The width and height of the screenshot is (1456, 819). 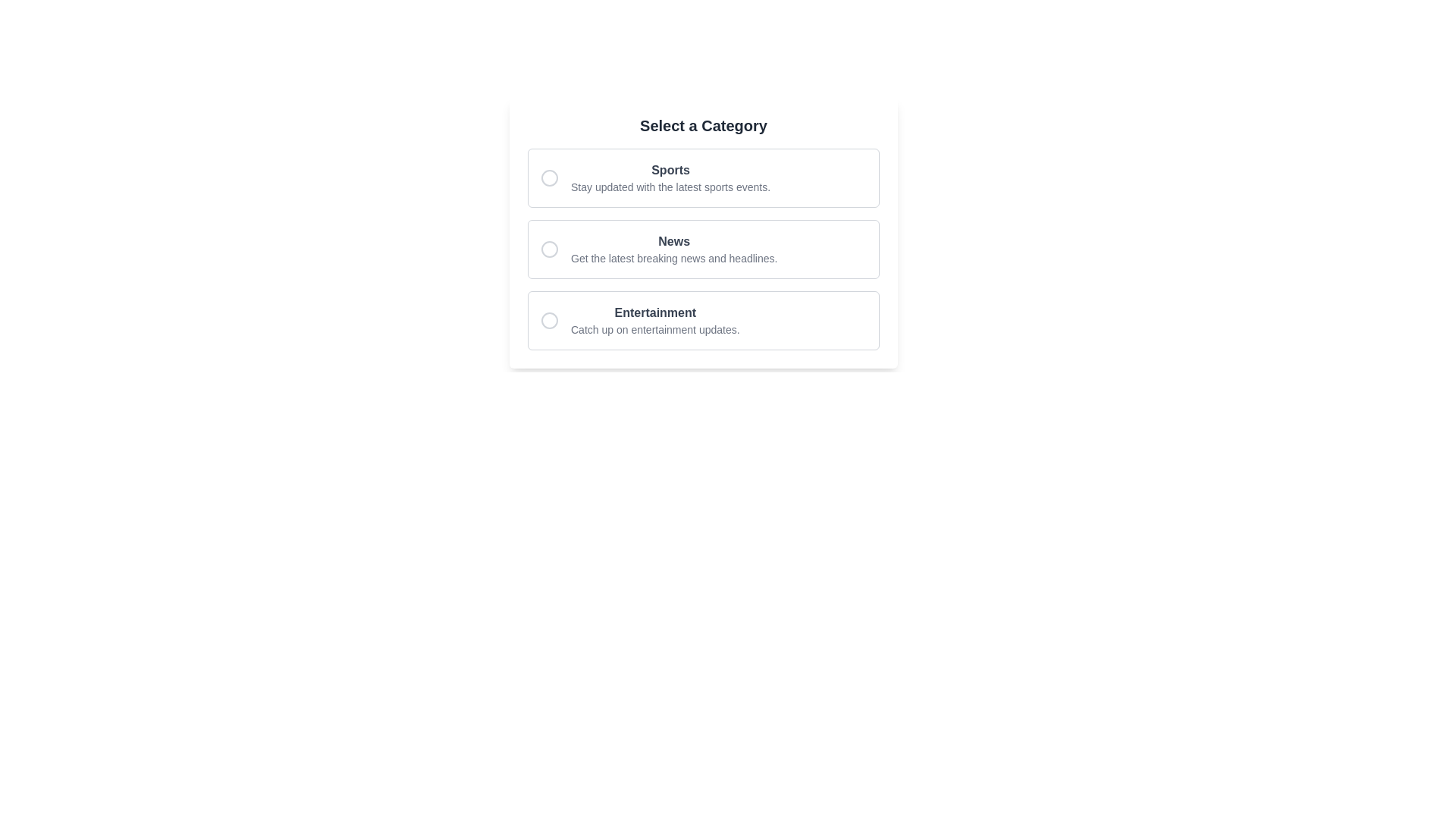 I want to click on the 'Sports' selectable card, which is the first in the list under 'Select a Category', so click(x=702, y=177).